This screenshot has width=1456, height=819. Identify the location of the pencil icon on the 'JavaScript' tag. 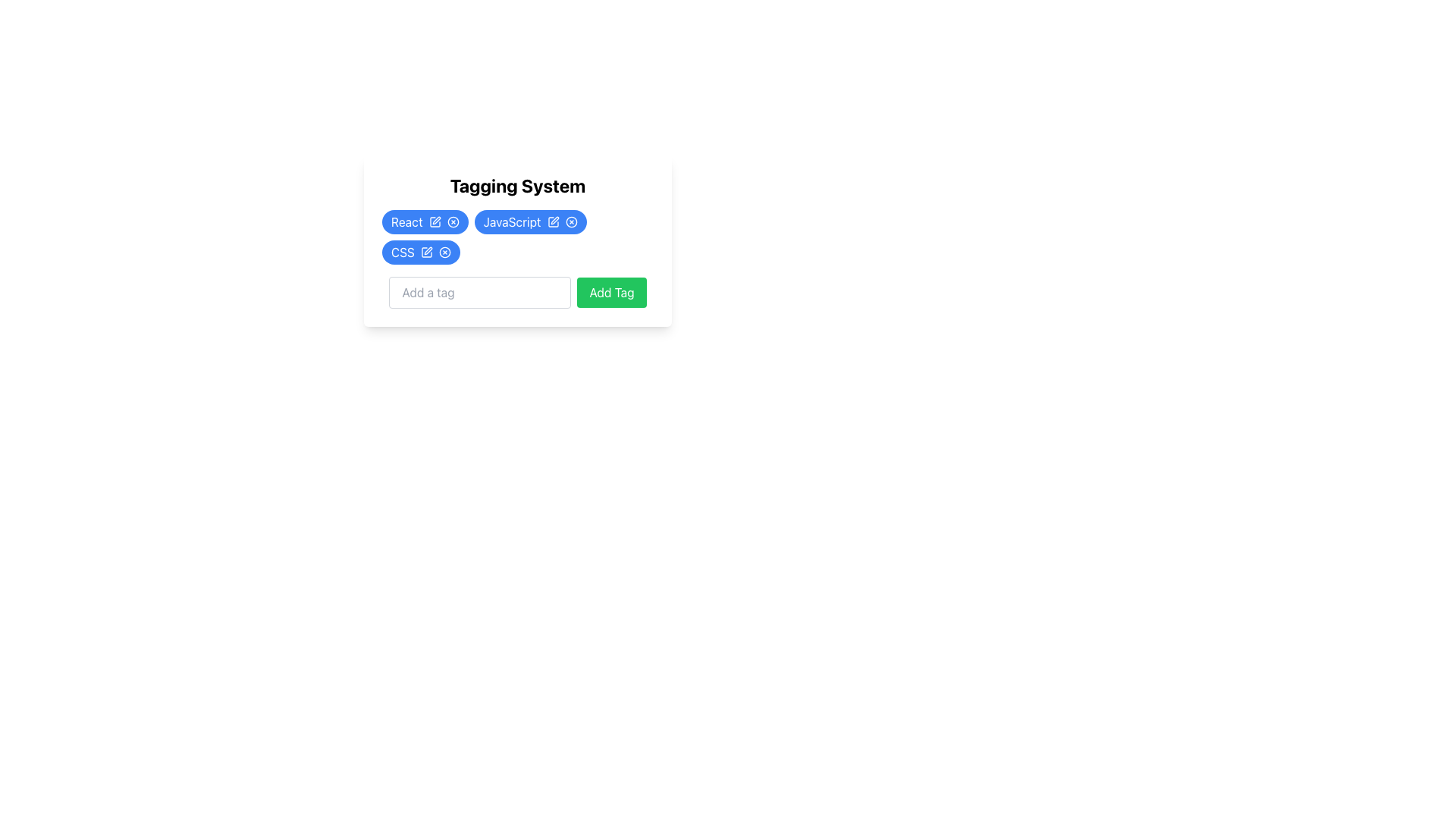
(530, 222).